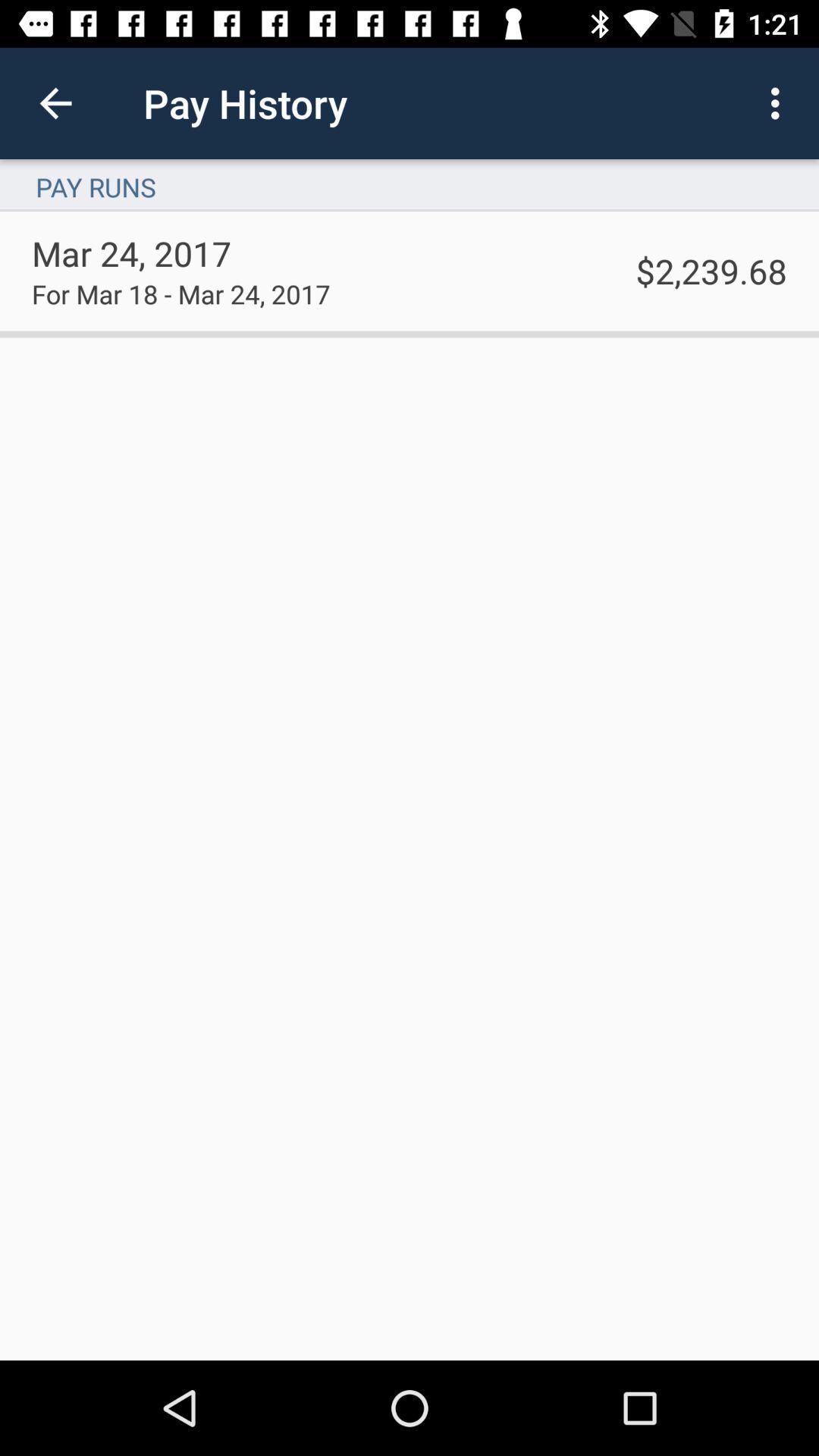 The width and height of the screenshot is (819, 1456). Describe the element at coordinates (180, 293) in the screenshot. I see `item below the mar 24, 2017 item` at that location.